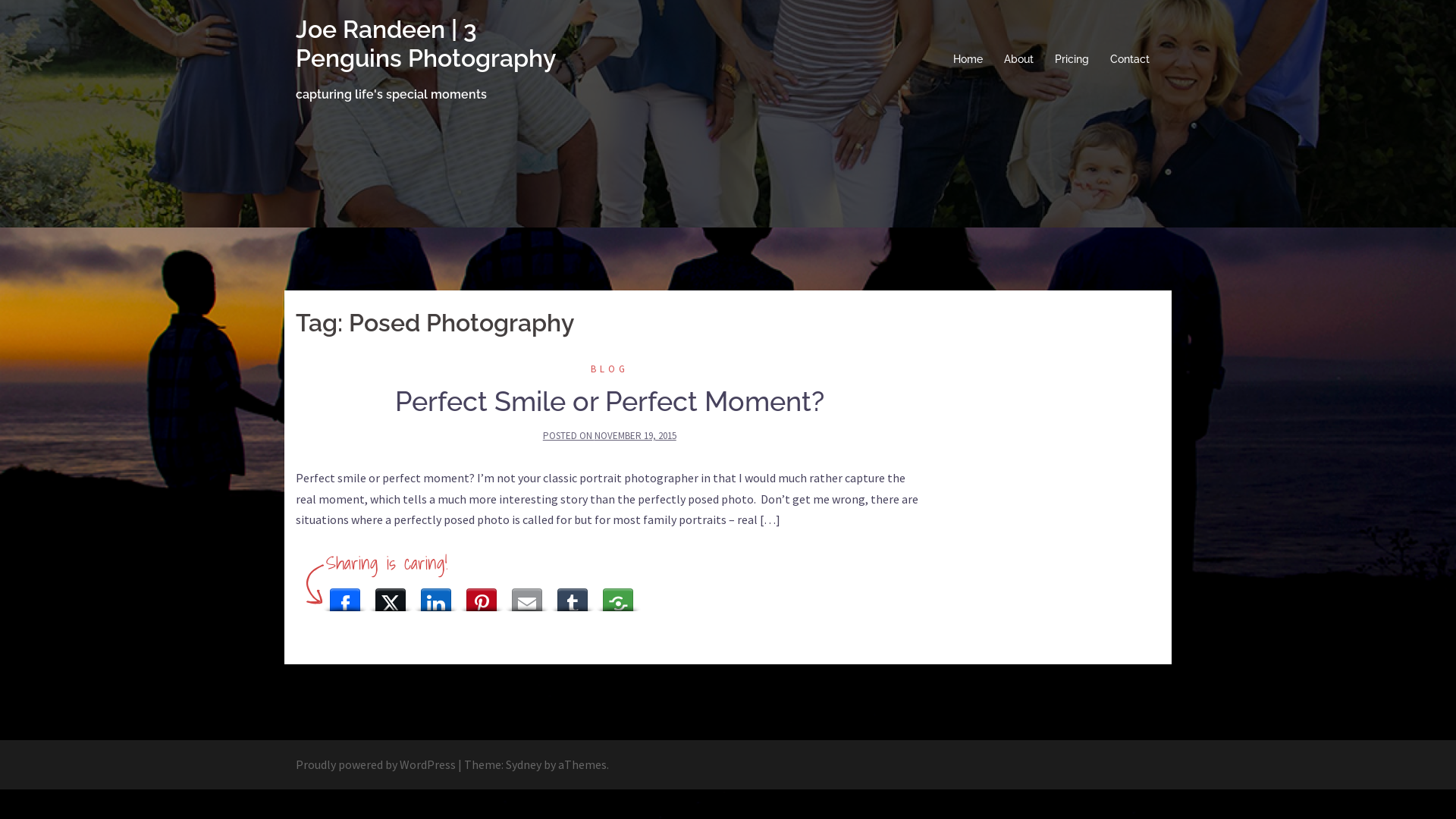  I want to click on 'Sydney', so click(523, 764).